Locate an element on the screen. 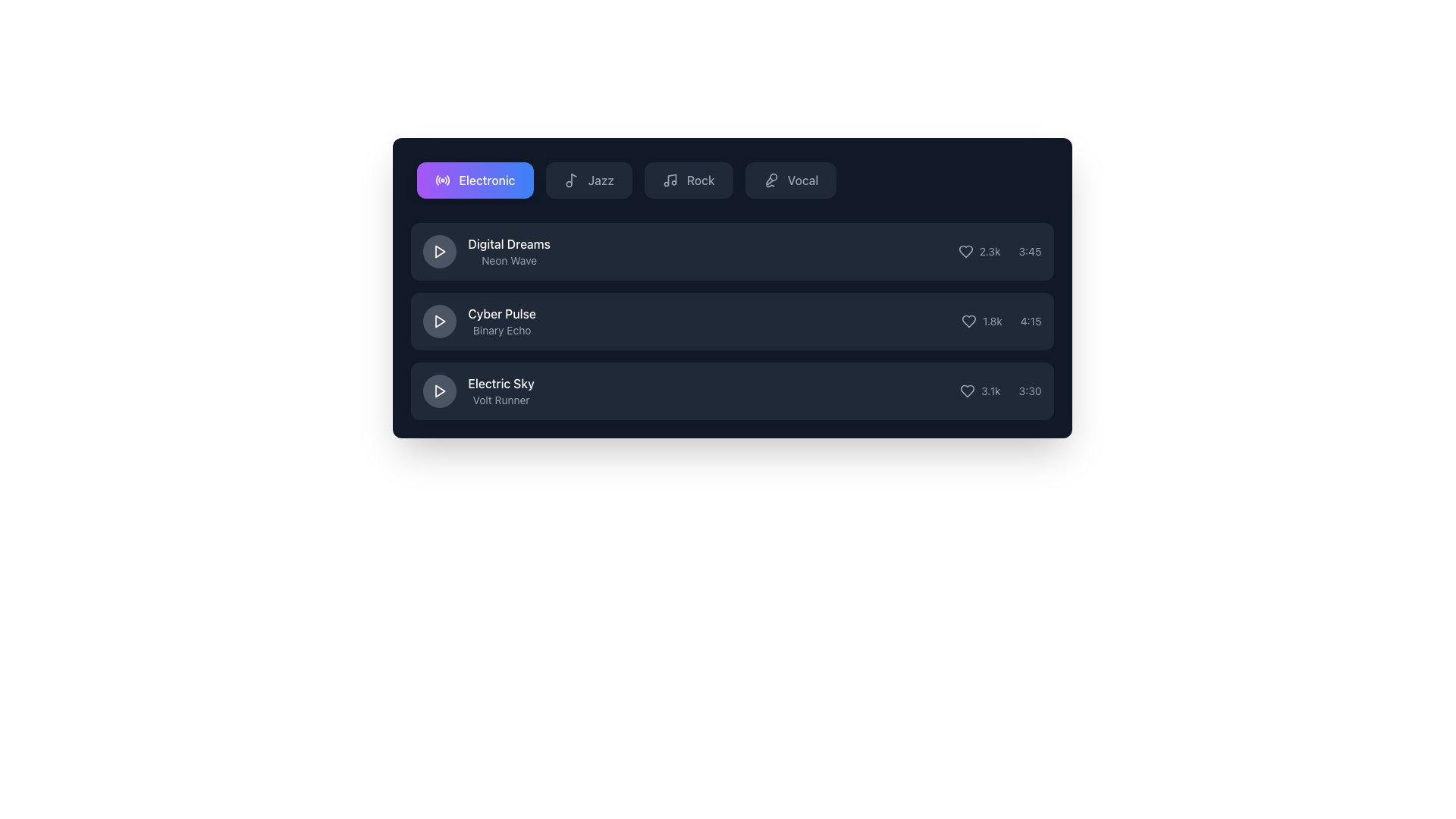 This screenshot has width=1456, height=819. the 'Rock' music category icon located at the leftmost side of the 'Rock' category button is located at coordinates (669, 180).